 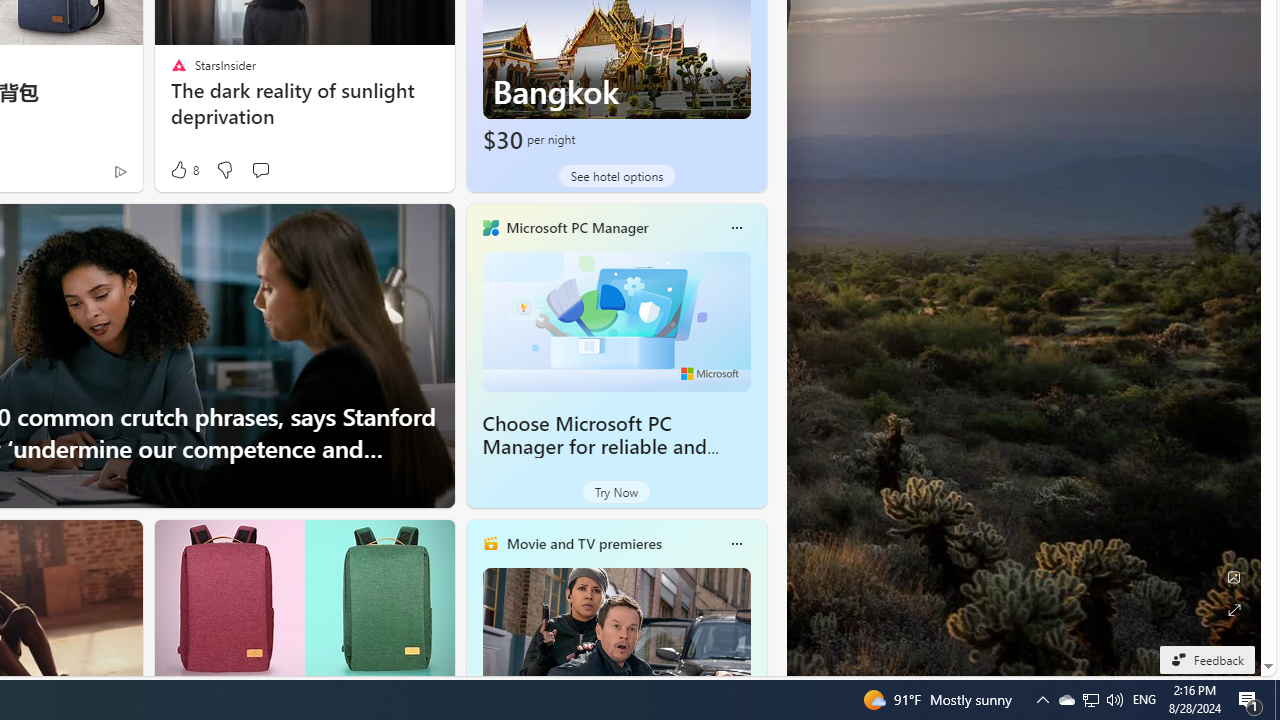 What do you see at coordinates (615, 492) in the screenshot?
I see `'Try Now'` at bounding box center [615, 492].